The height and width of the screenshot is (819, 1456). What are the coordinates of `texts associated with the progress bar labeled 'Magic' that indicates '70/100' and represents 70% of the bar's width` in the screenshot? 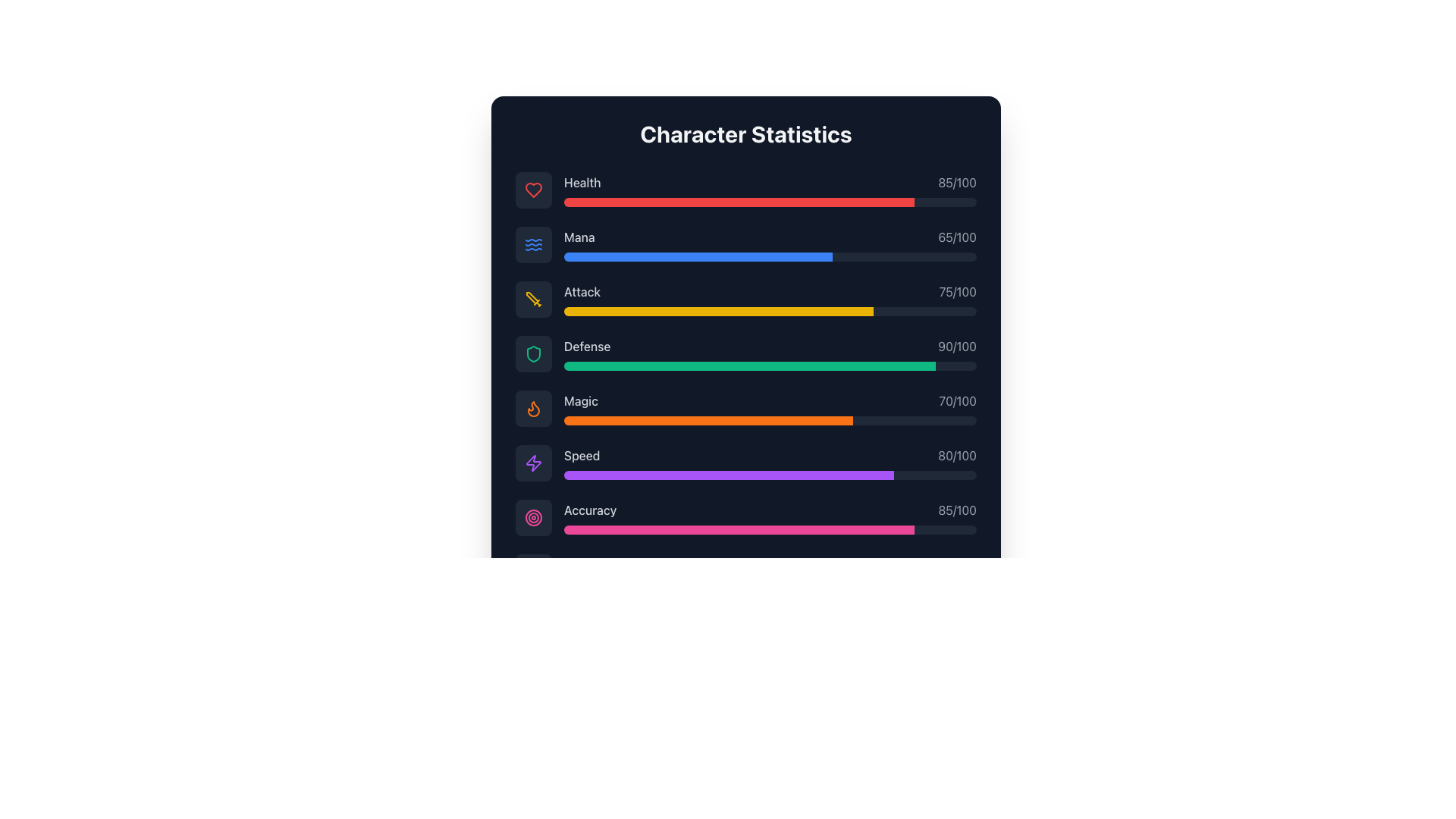 It's located at (770, 408).